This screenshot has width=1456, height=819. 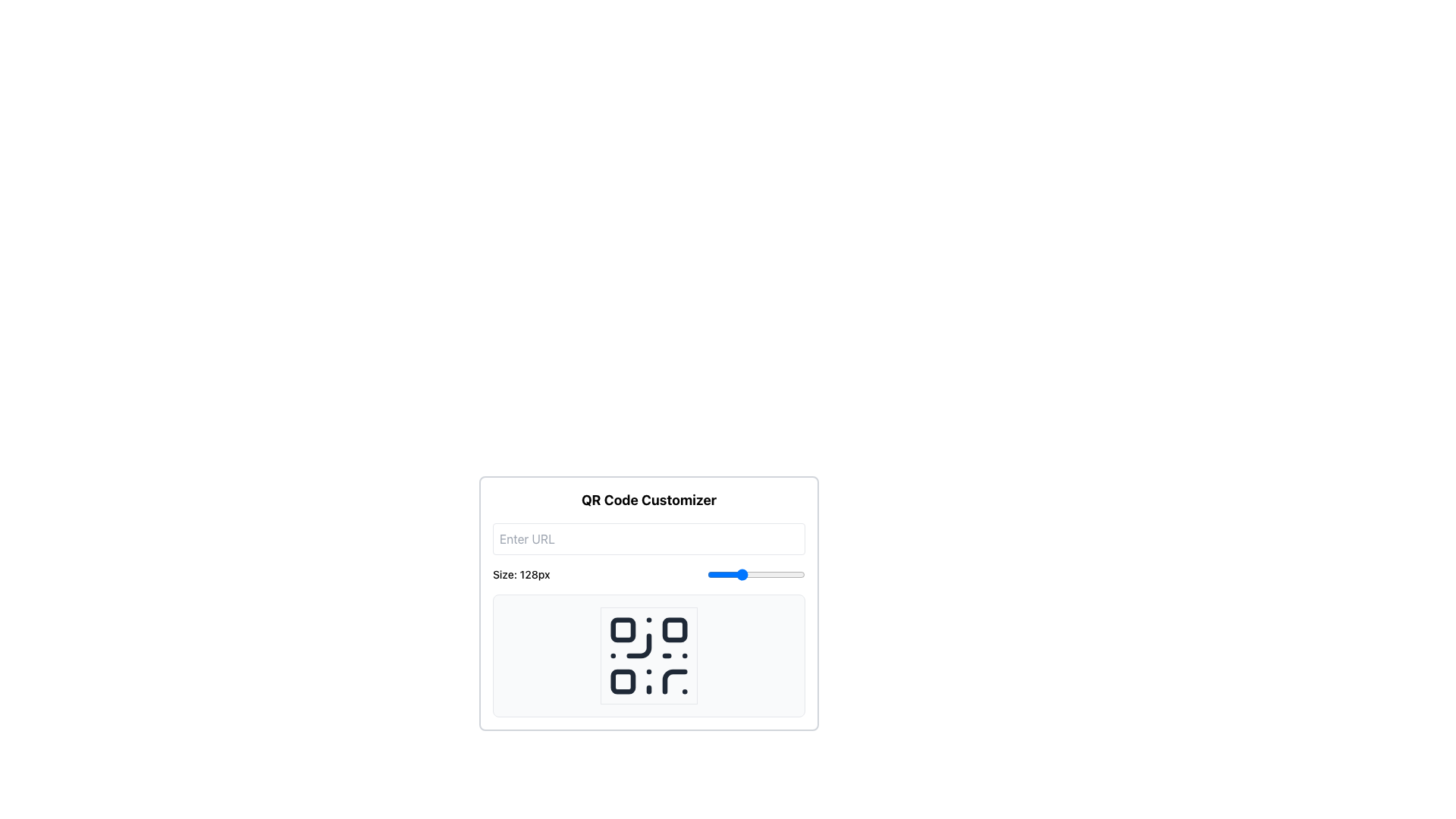 What do you see at coordinates (521, 575) in the screenshot?
I see `the text label reading 'Size: 128px' located within the QR Code Customizer card, positioned near the top left of the section with a slider bar to its right` at bounding box center [521, 575].